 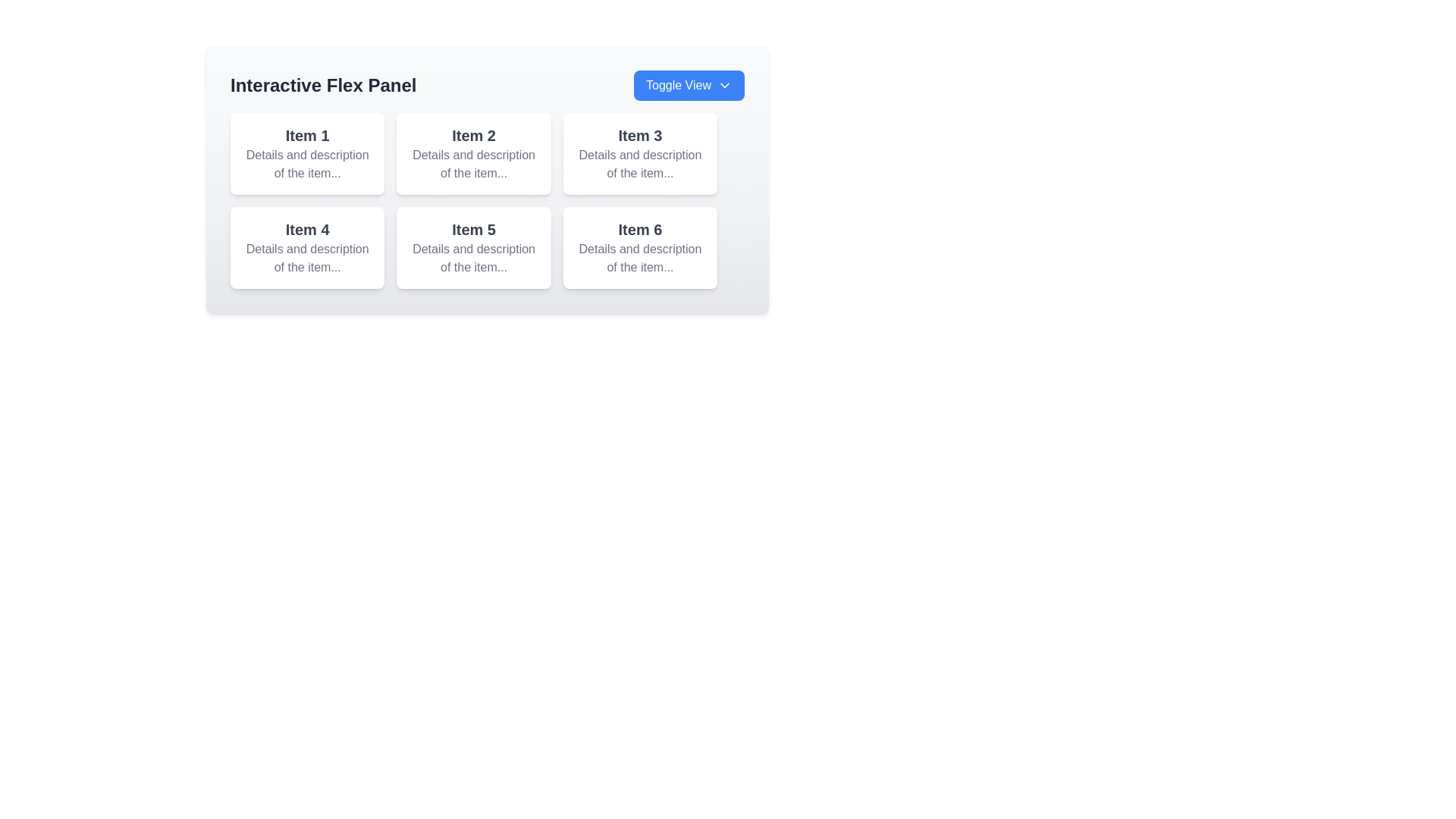 What do you see at coordinates (640, 257) in the screenshot?
I see `the supplemental text field located below the title 'Item 6' in the bottom-right corner of the grid` at bounding box center [640, 257].